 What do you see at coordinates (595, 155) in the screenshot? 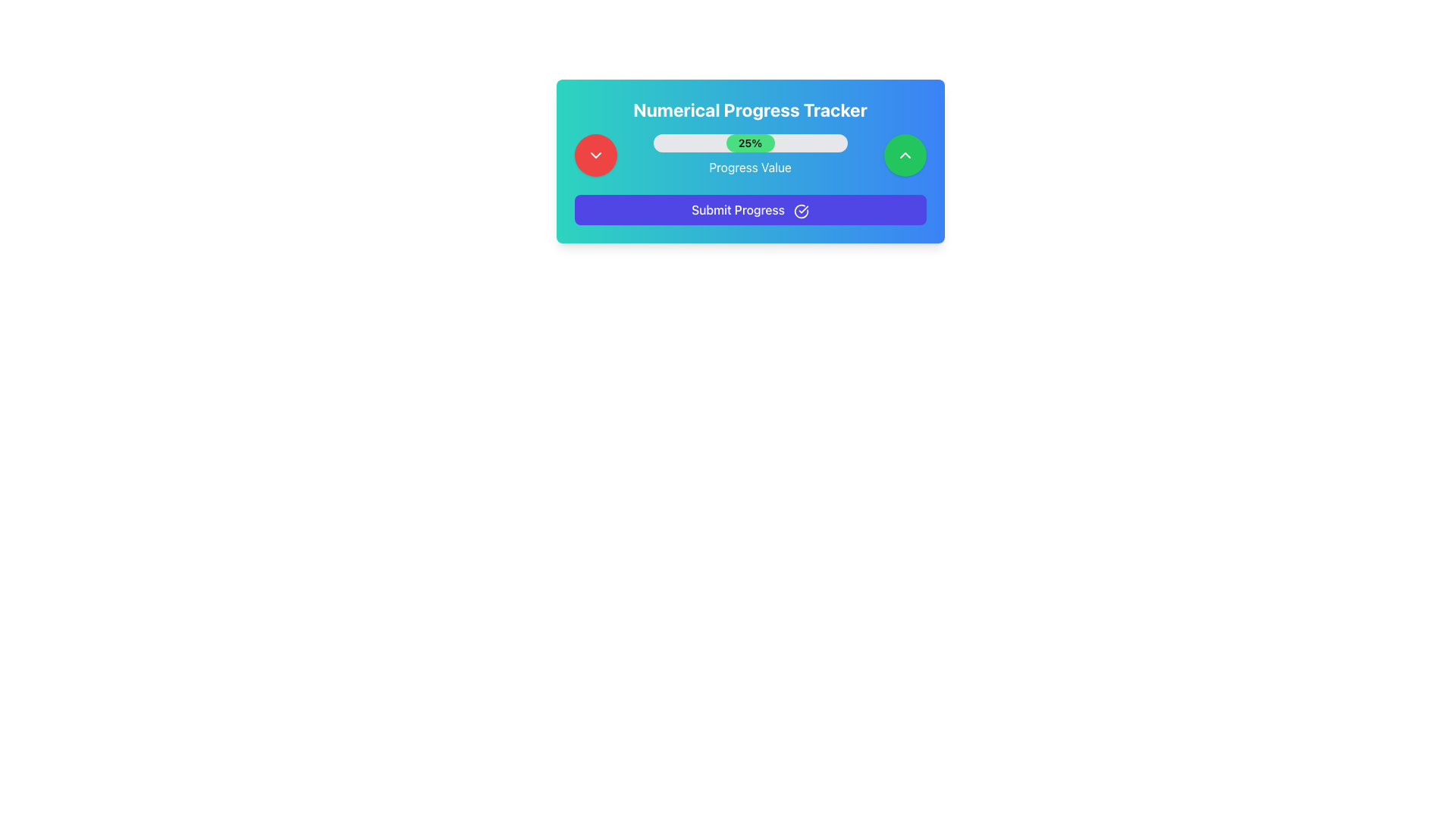
I see `the control button intended to decrease the progress value in the 'Numerical Progress Tracker'` at bounding box center [595, 155].